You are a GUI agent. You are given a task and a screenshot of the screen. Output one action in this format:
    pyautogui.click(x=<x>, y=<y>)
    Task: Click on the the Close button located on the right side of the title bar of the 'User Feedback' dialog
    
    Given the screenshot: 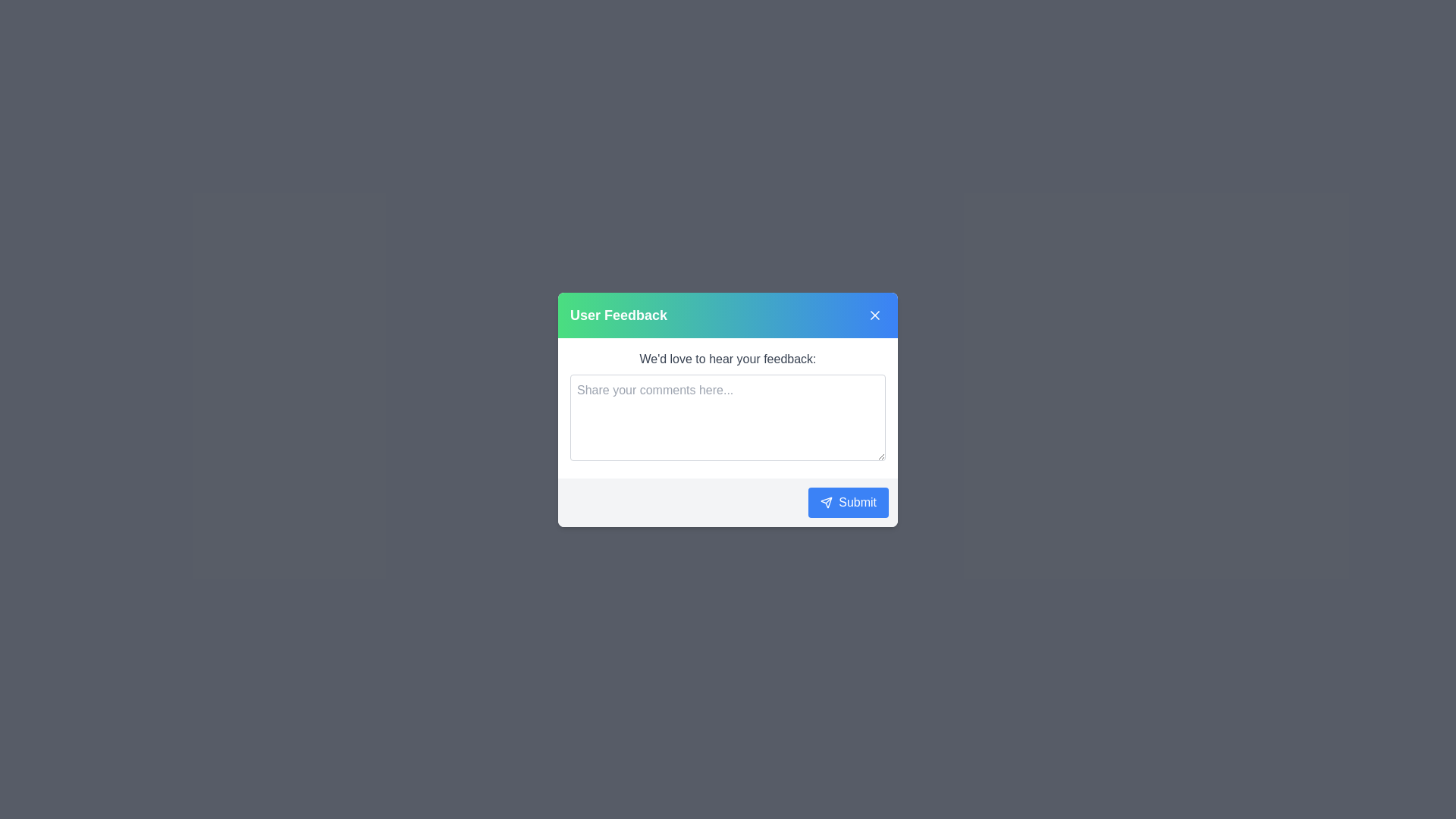 What is the action you would take?
    pyautogui.click(x=874, y=314)
    